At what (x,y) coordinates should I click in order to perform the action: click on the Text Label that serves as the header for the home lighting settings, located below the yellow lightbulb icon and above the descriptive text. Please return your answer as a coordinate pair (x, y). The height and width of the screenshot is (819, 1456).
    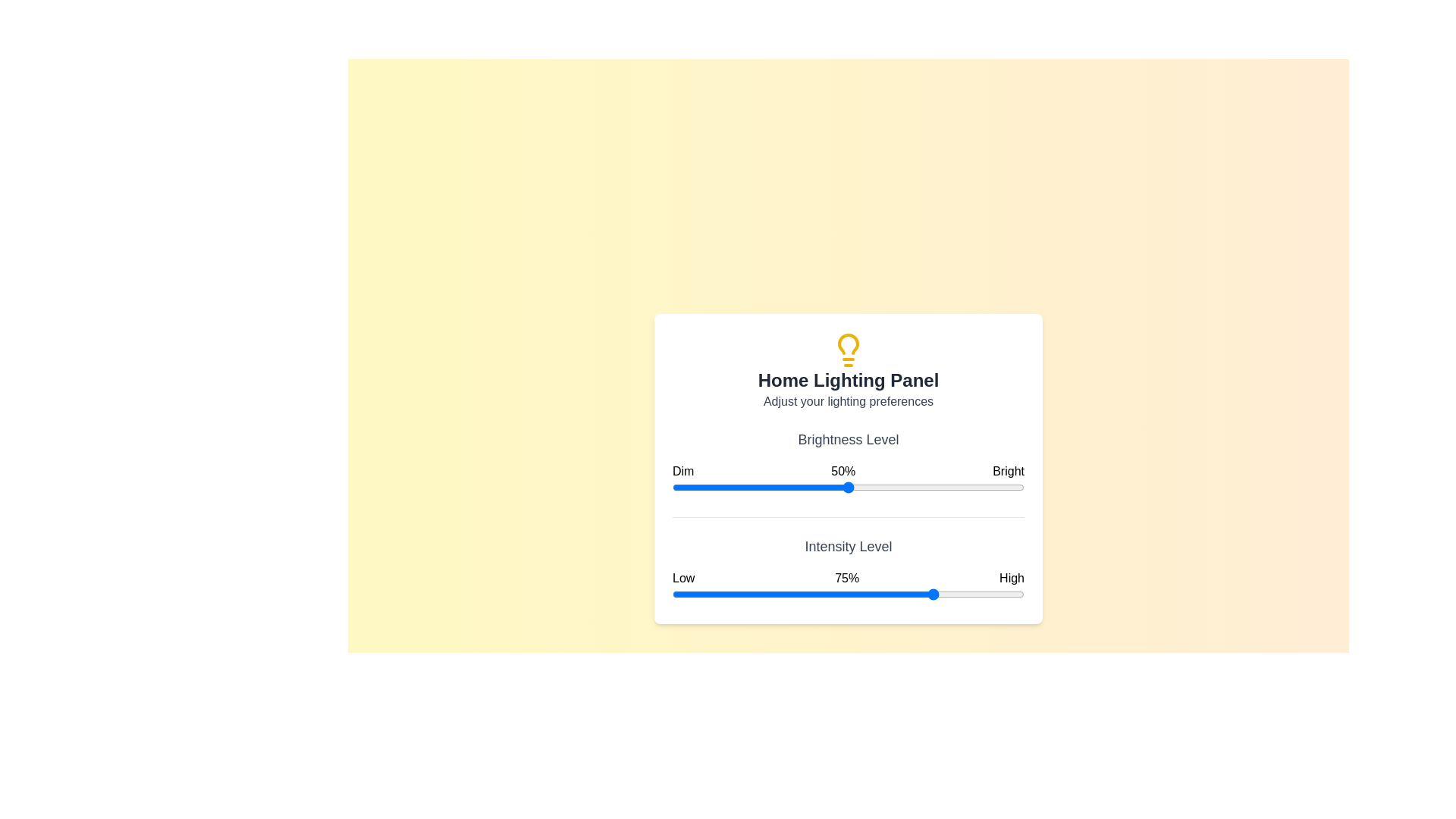
    Looking at the image, I should click on (847, 379).